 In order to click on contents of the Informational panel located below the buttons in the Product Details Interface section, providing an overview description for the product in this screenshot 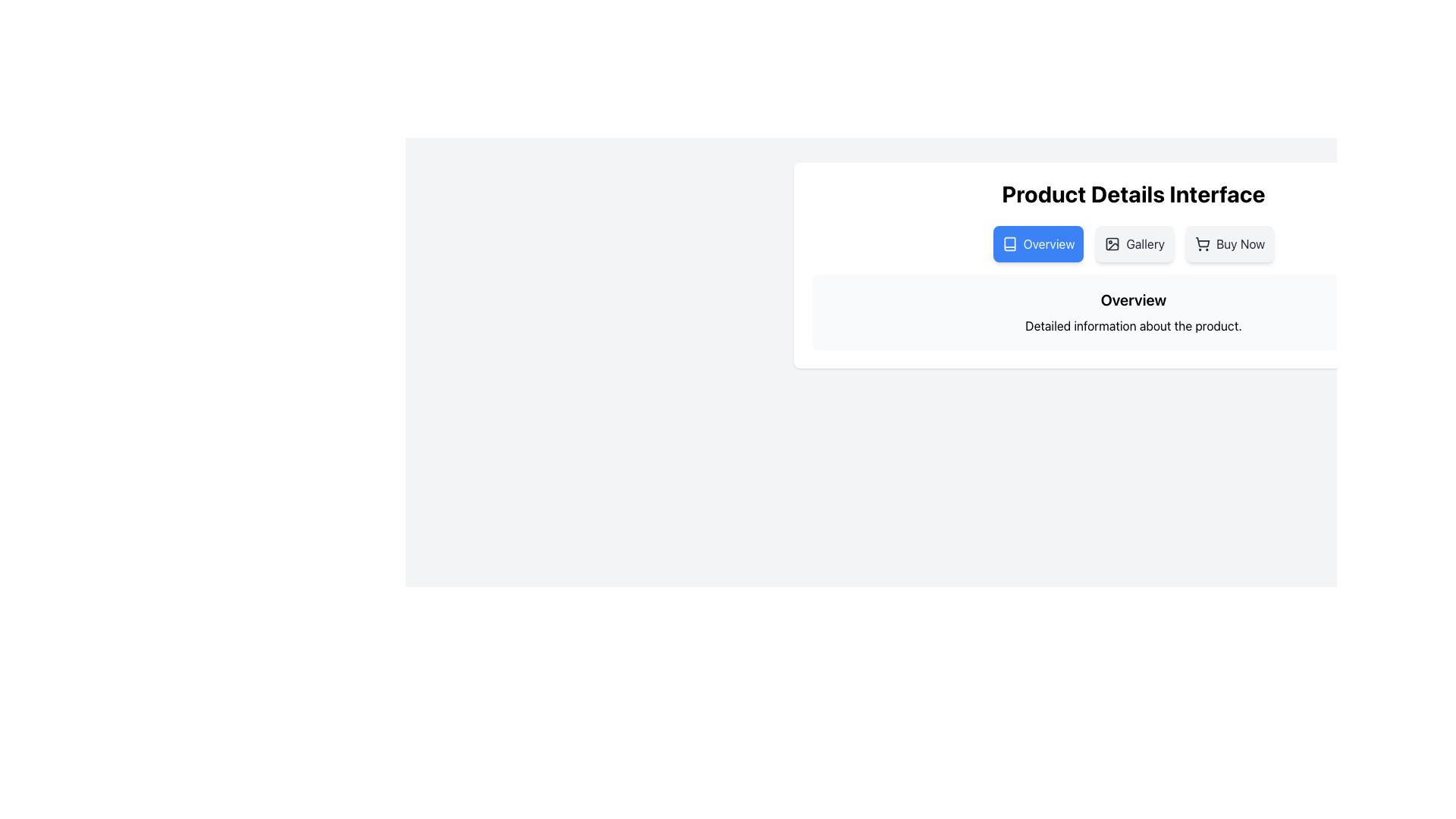, I will do `click(1133, 312)`.